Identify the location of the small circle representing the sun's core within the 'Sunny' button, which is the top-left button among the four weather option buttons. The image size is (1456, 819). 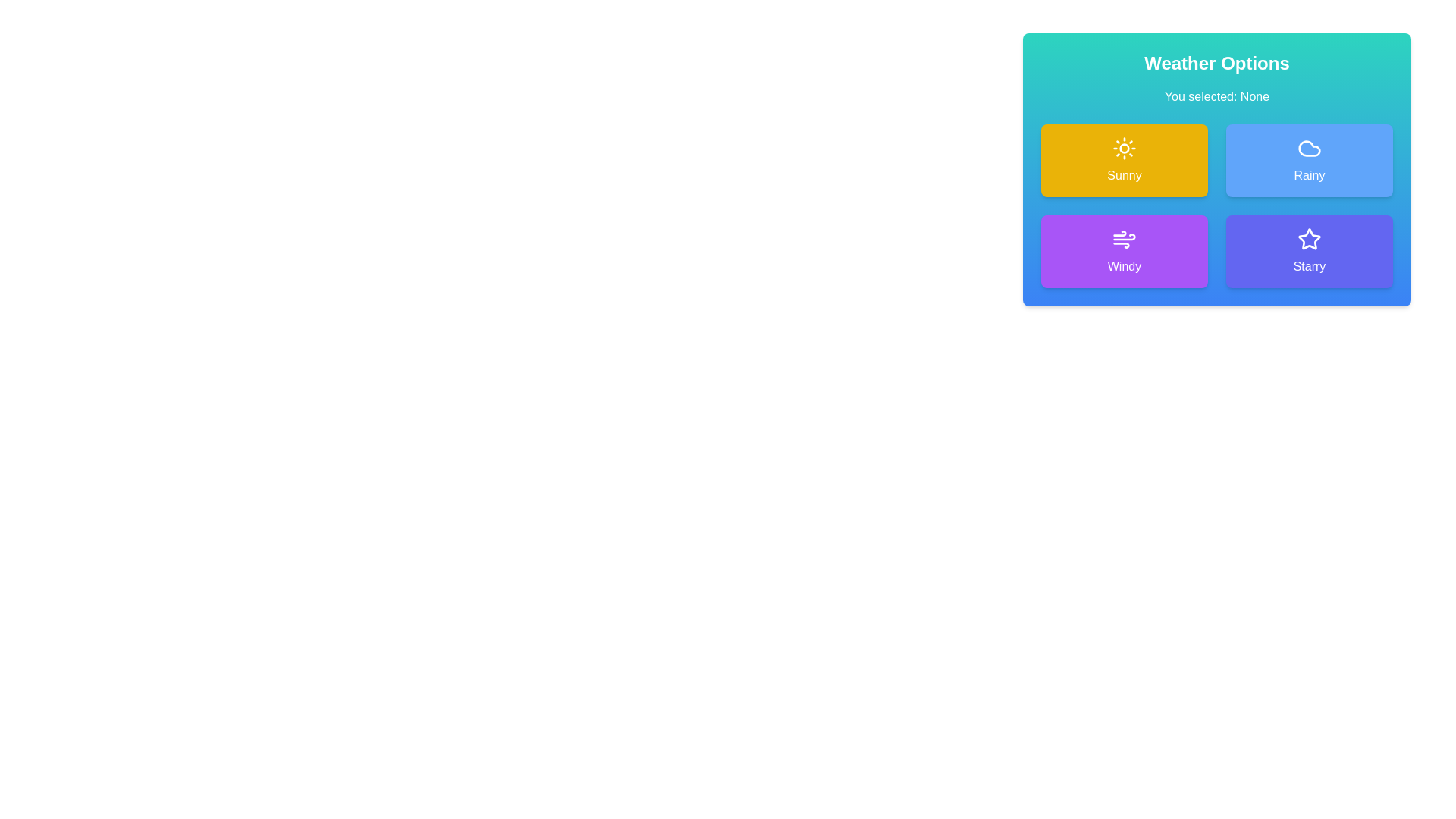
(1125, 149).